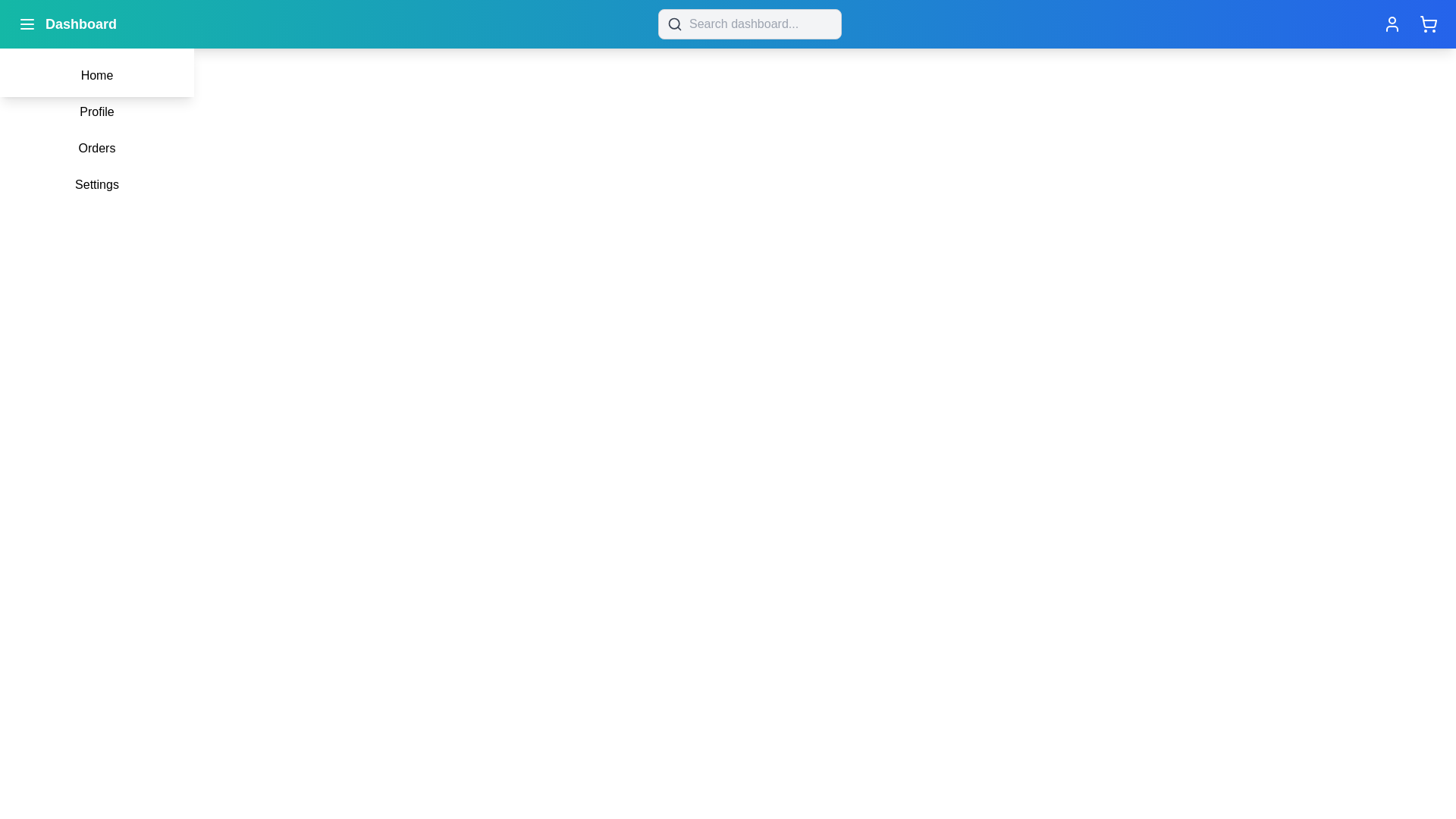  Describe the element at coordinates (96, 184) in the screenshot. I see `the fourth menu button that navigates to the 'Settings' page` at that location.